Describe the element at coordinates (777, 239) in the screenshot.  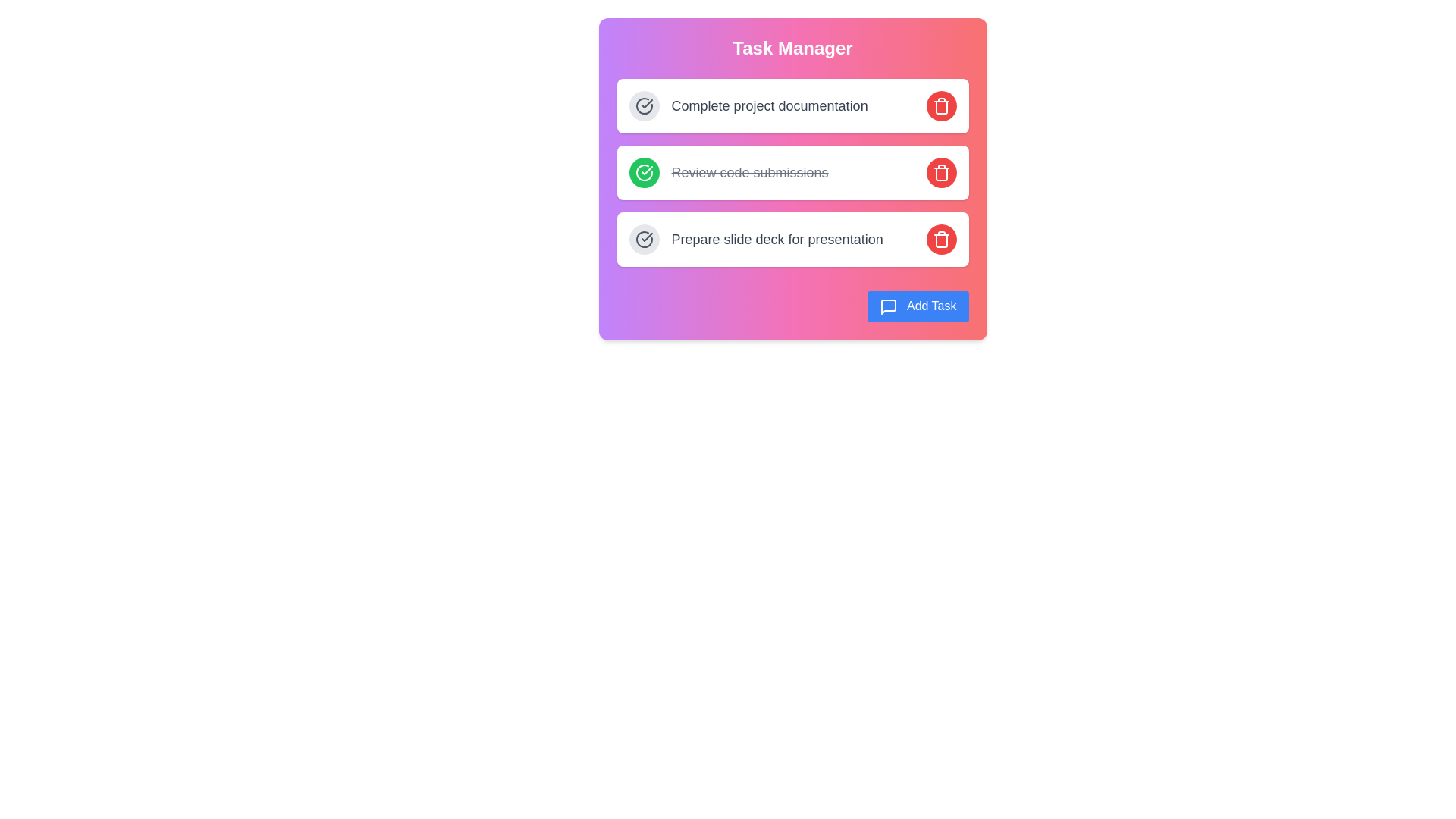
I see `the static text label that reads 'Prepare slide deck for presentation', which is styled in bold, medium-sized gray font and positioned centrally within the task list component` at that location.